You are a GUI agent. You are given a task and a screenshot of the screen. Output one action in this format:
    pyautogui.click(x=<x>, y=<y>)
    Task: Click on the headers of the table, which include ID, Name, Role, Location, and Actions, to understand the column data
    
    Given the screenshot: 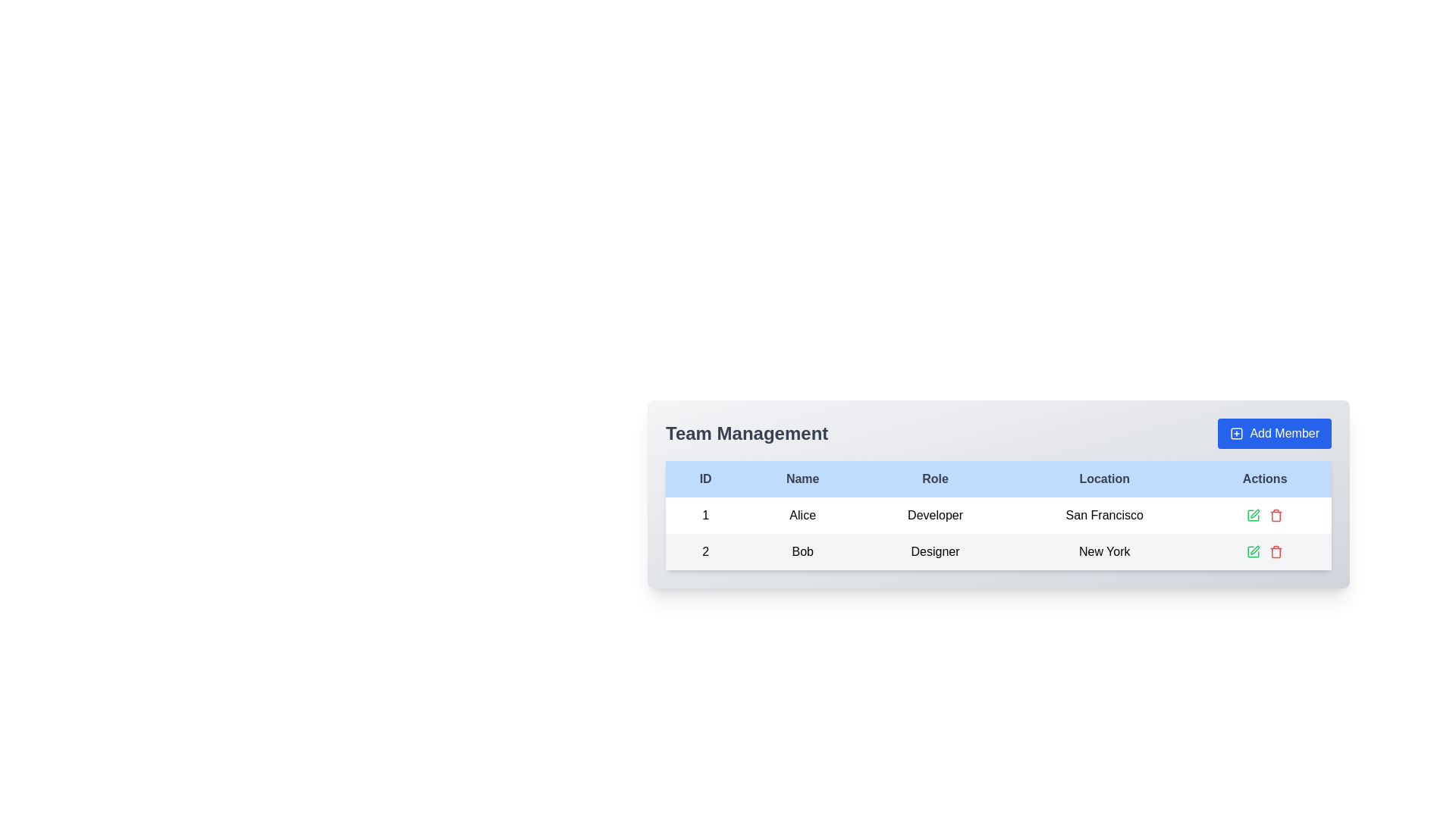 What is the action you would take?
    pyautogui.click(x=998, y=479)
    